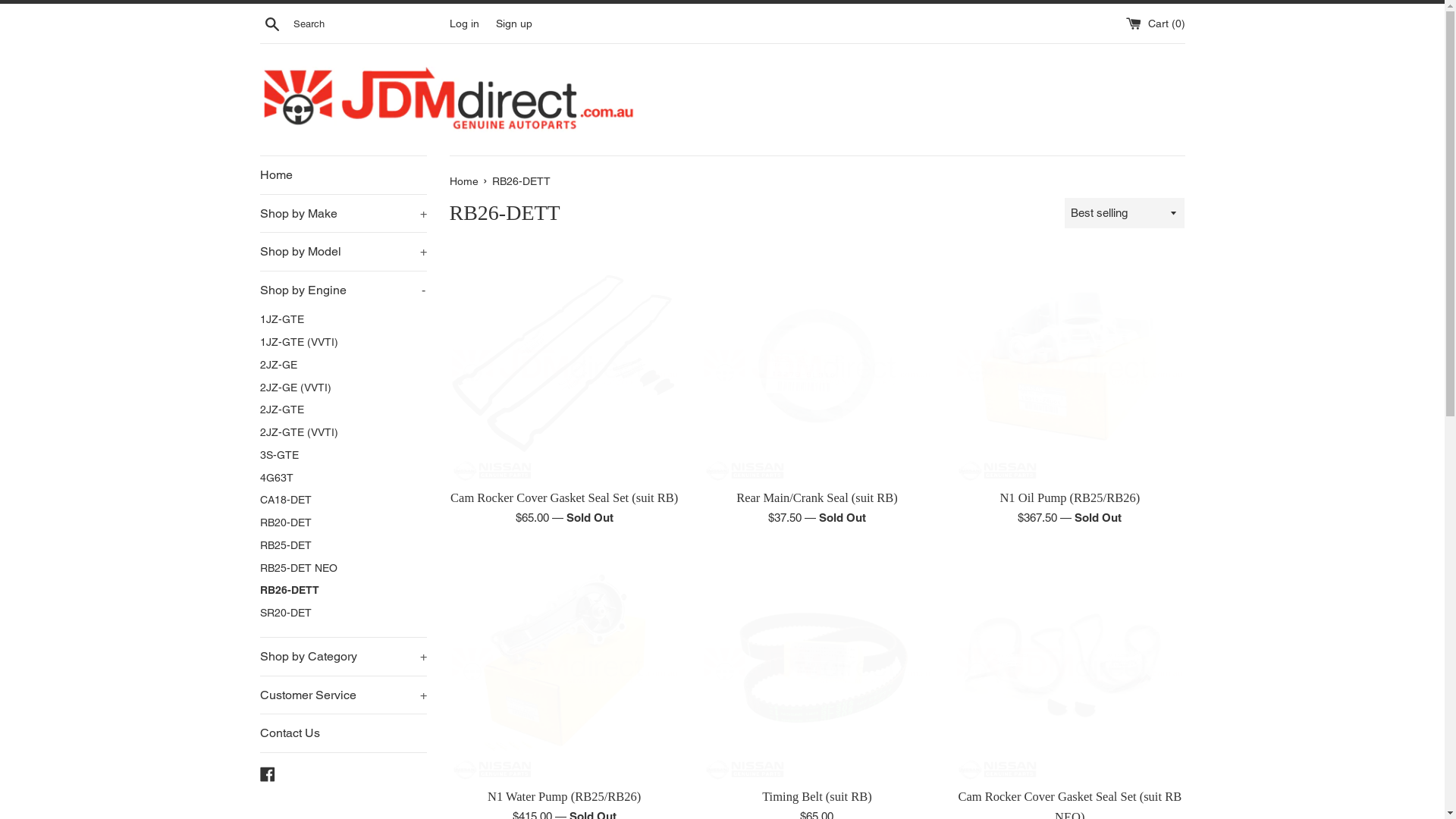  I want to click on 'Contact Us', so click(341, 733).